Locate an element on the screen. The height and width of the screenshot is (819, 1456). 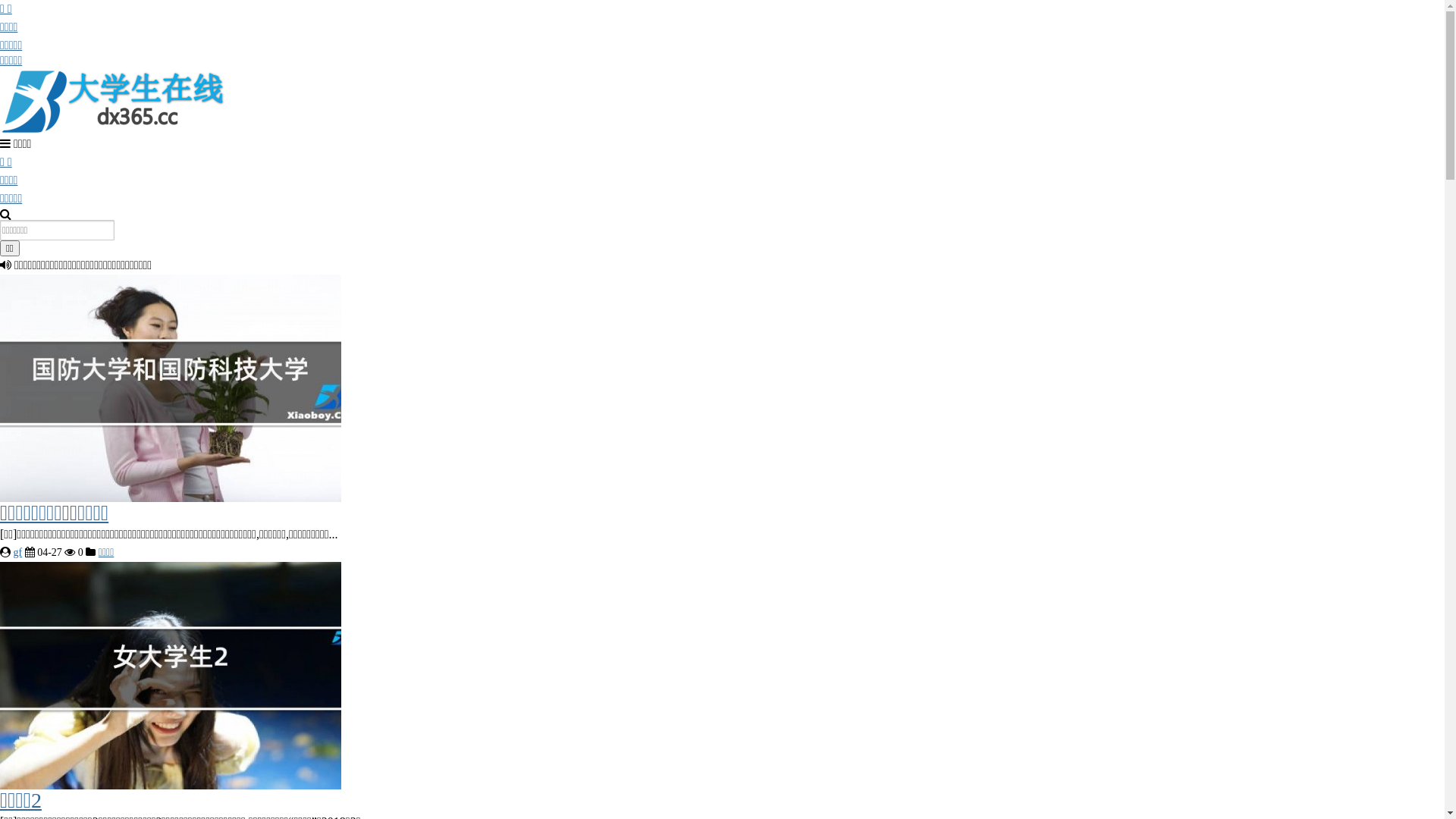
'gf' is located at coordinates (18, 552).